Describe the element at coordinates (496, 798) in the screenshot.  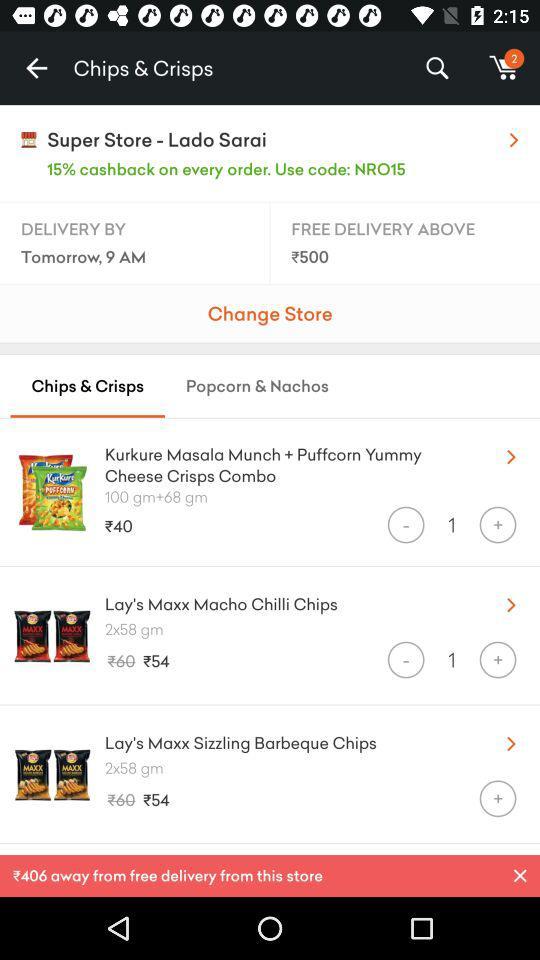
I see `the + icon` at that location.